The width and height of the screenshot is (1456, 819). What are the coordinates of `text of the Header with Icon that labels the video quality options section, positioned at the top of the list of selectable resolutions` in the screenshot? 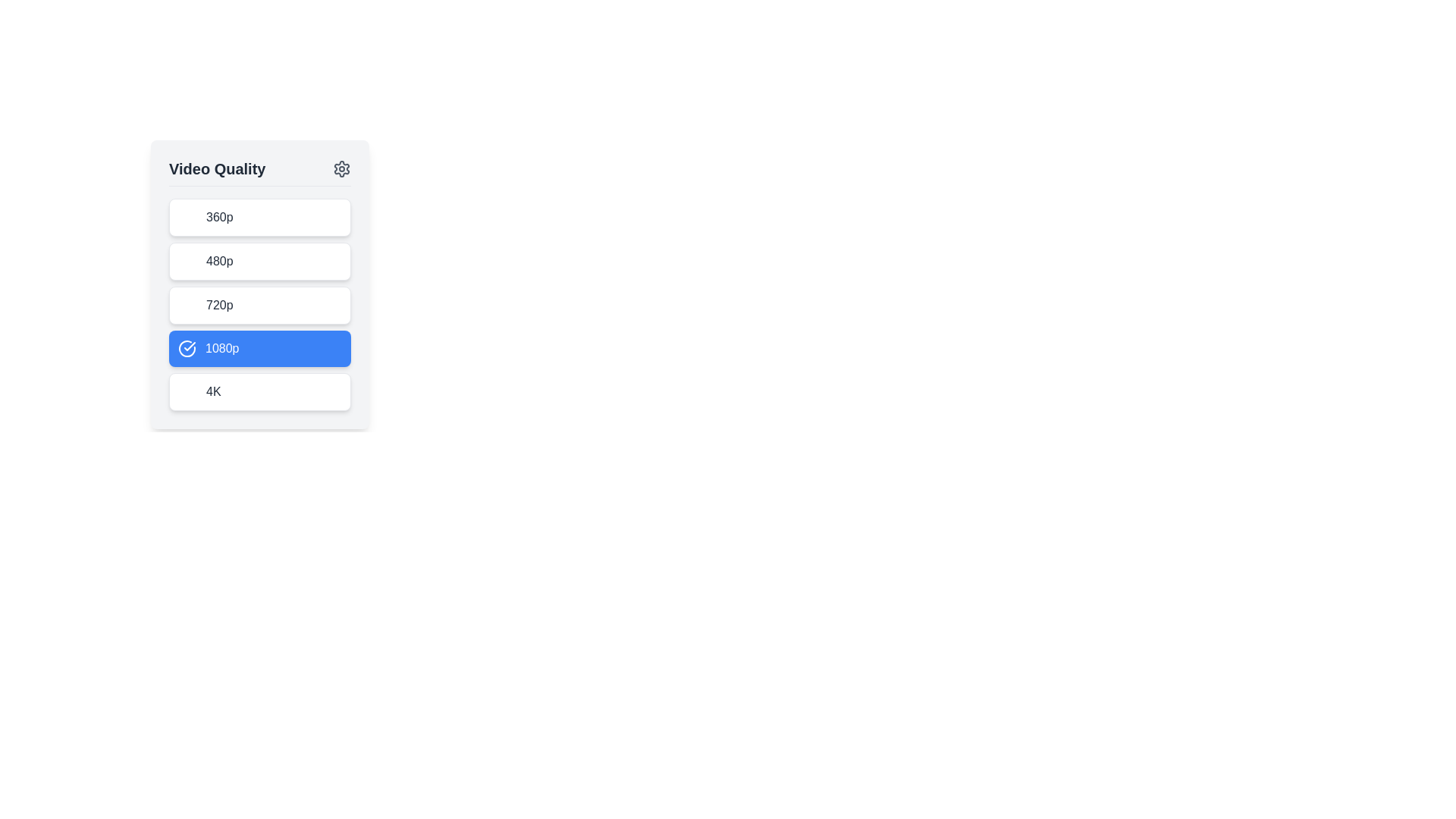 It's located at (259, 171).